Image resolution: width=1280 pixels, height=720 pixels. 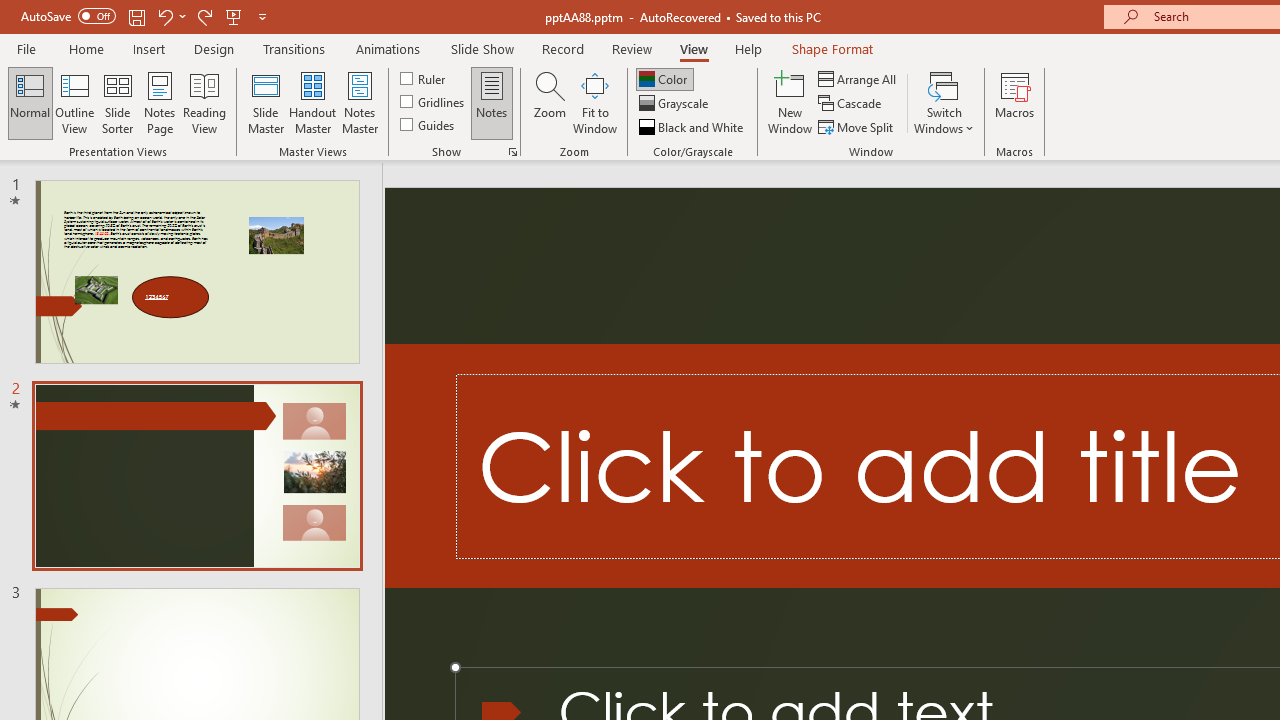 I want to click on 'Slide Master', so click(x=264, y=103).